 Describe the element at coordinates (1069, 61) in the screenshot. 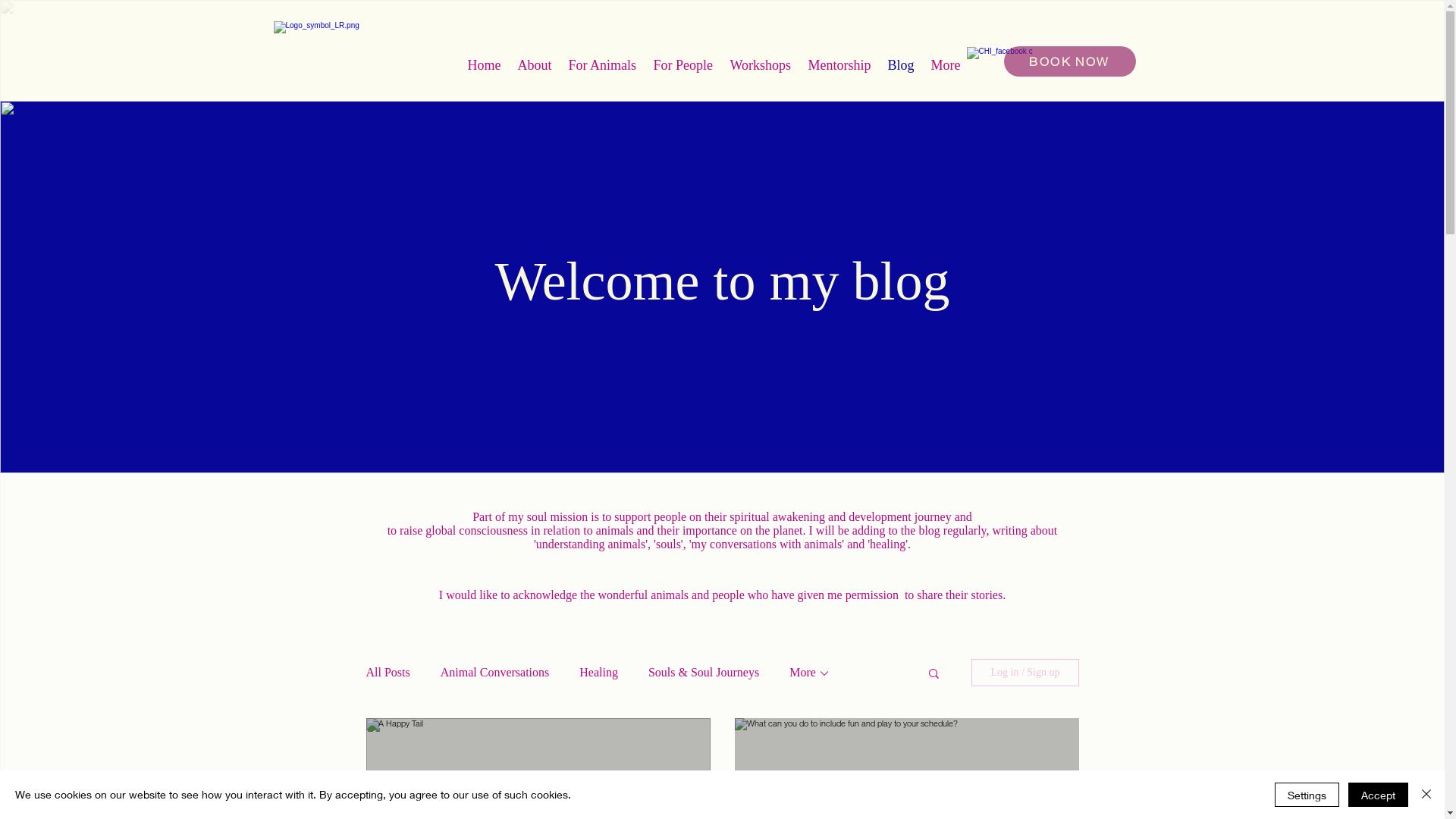

I see `'BOOK NOW'` at that location.